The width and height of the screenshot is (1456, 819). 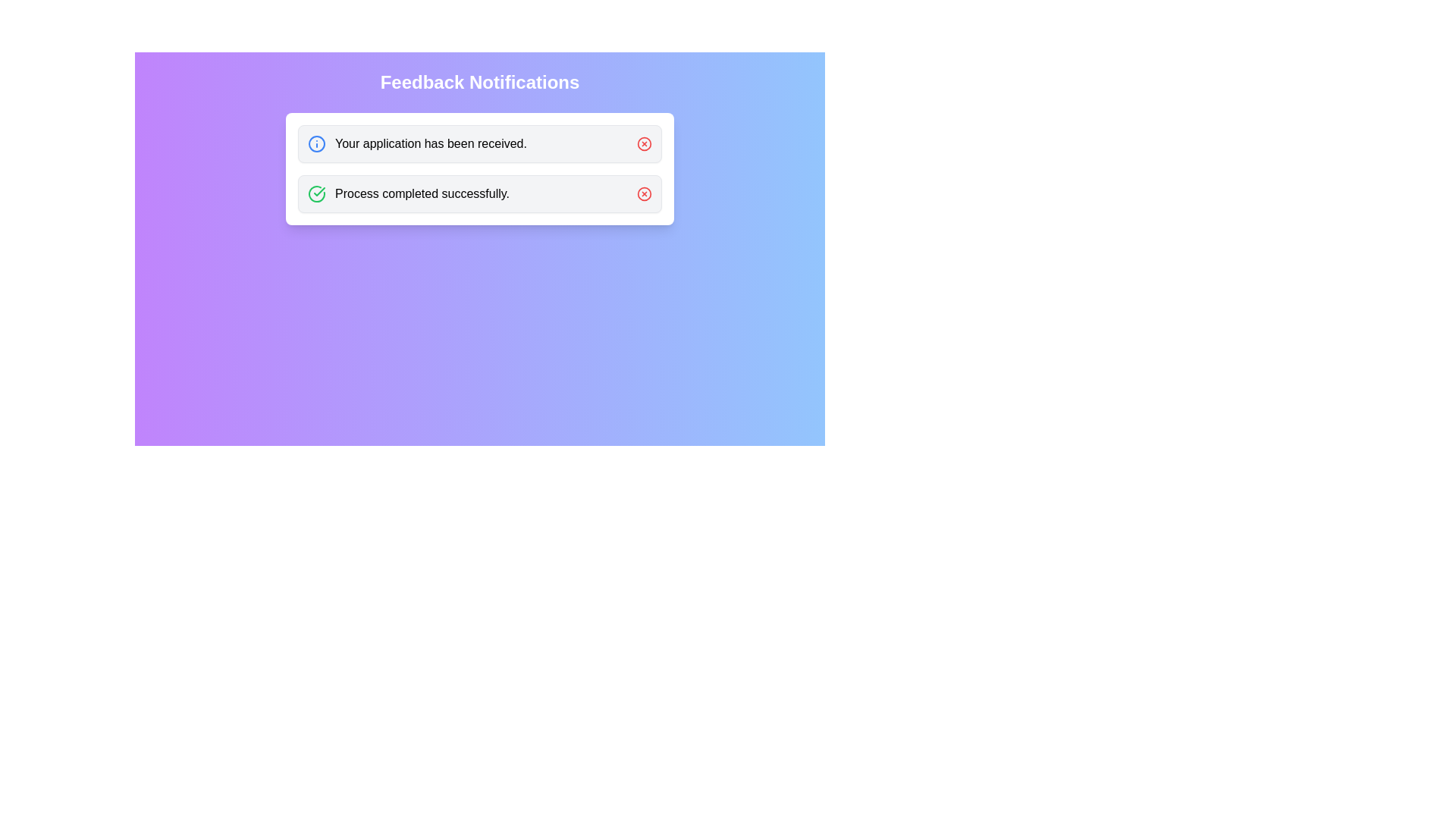 What do you see at coordinates (408, 193) in the screenshot?
I see `the static informational text that reads 'Process completed successfully.' with a green checkmark icon on its left` at bounding box center [408, 193].